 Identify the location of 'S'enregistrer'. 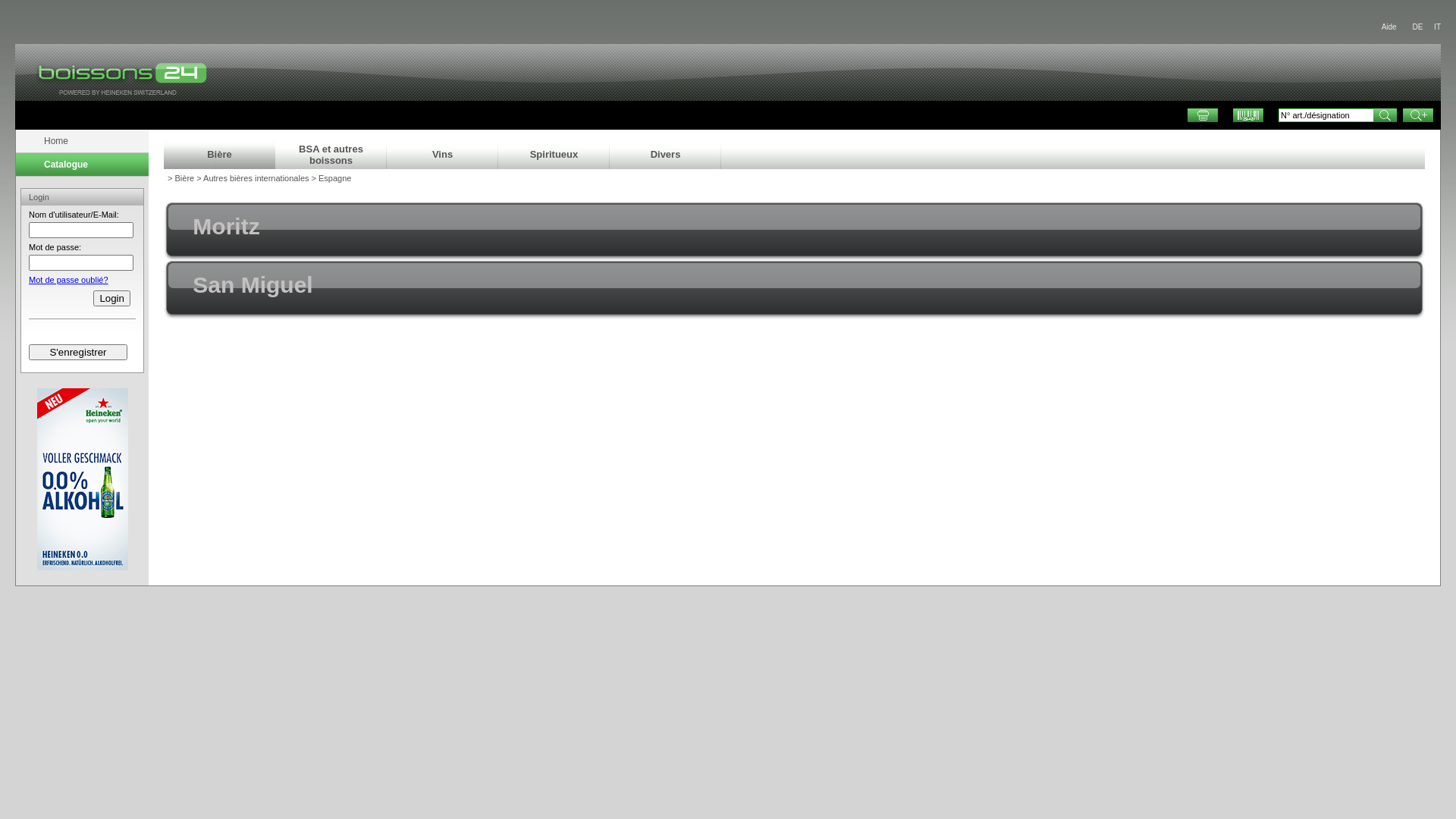
(77, 352).